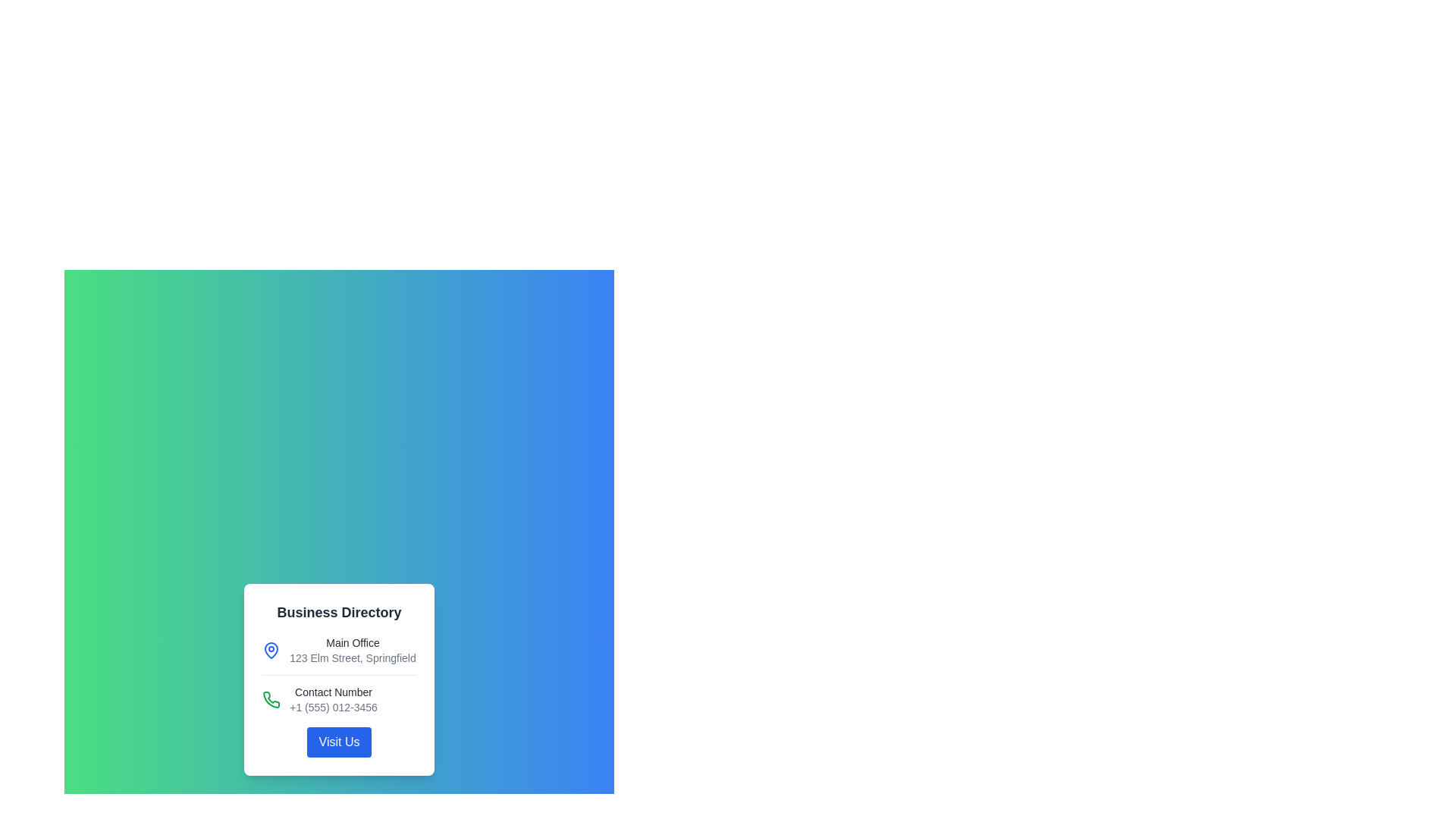 This screenshot has height=819, width=1456. Describe the element at coordinates (352, 642) in the screenshot. I see `the Static Text element labeled 'Main Office', which is styled in a small bold dark gray font and located in the 'Business Directory' section of the interface` at that location.